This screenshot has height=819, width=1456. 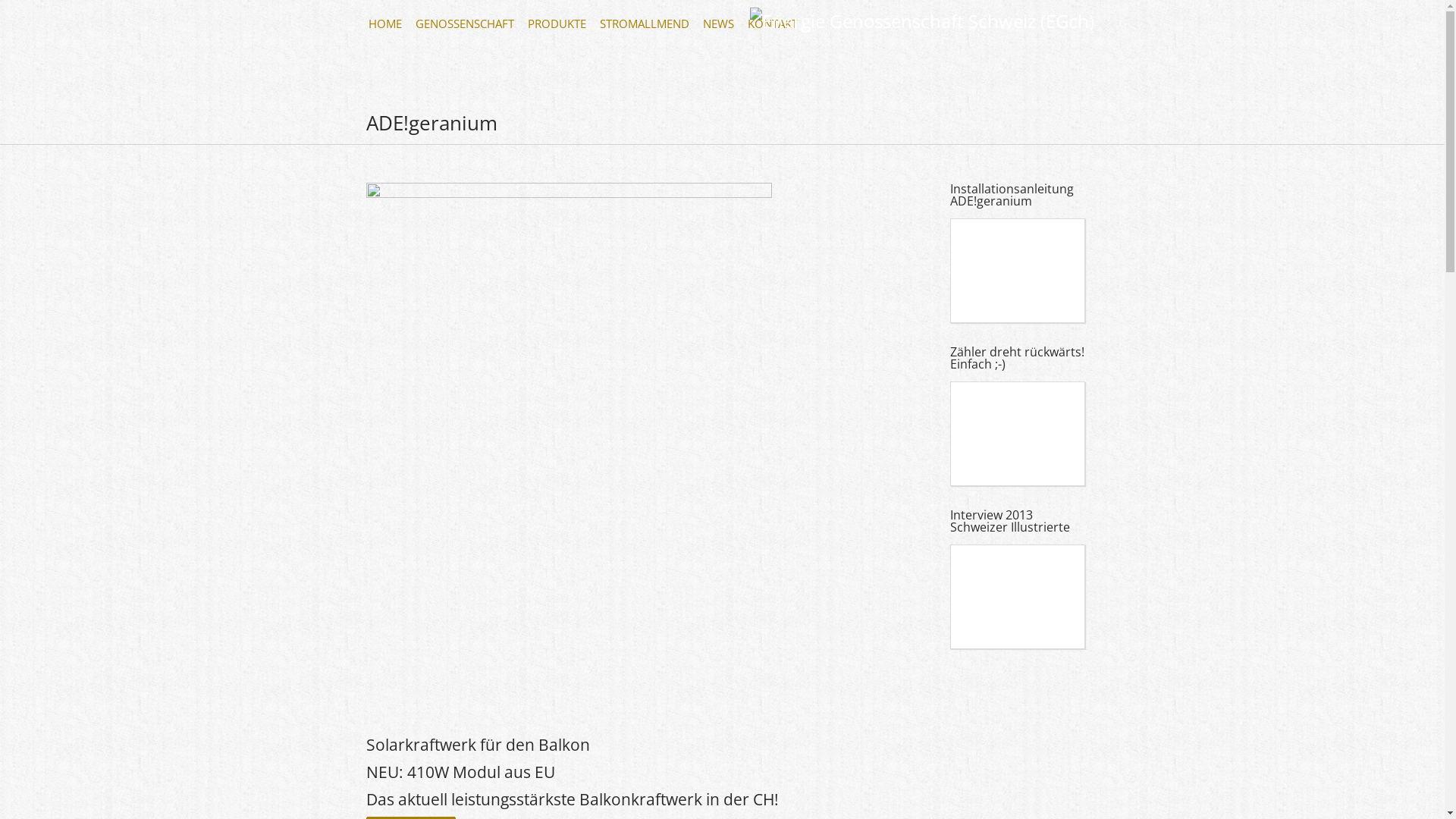 What do you see at coordinates (1068, 444) in the screenshot?
I see `'YouTube video player'` at bounding box center [1068, 444].